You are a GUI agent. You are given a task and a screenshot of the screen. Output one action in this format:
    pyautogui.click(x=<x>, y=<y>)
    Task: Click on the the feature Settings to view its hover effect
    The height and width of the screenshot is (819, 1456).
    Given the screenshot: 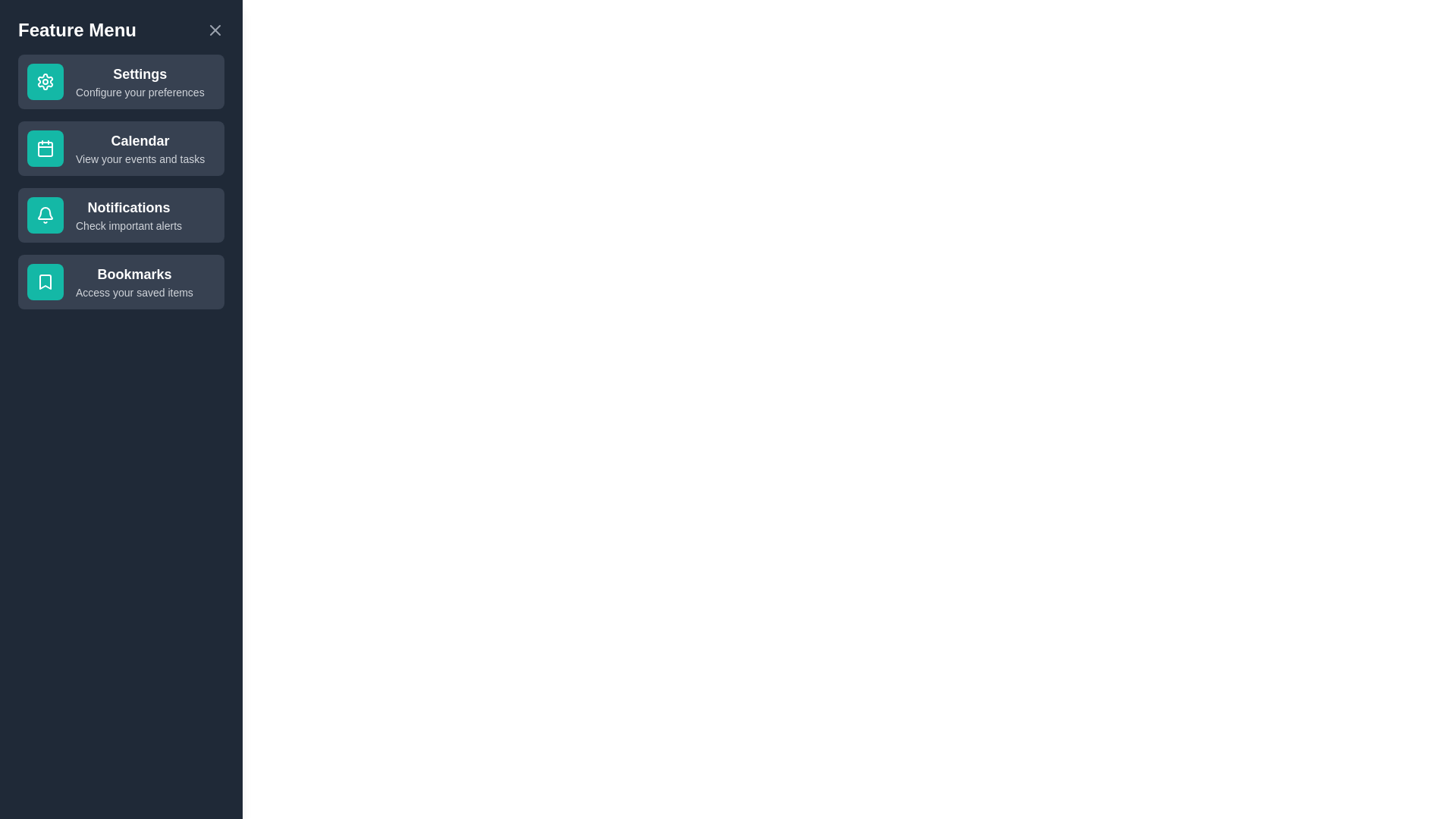 What is the action you would take?
    pyautogui.click(x=120, y=82)
    